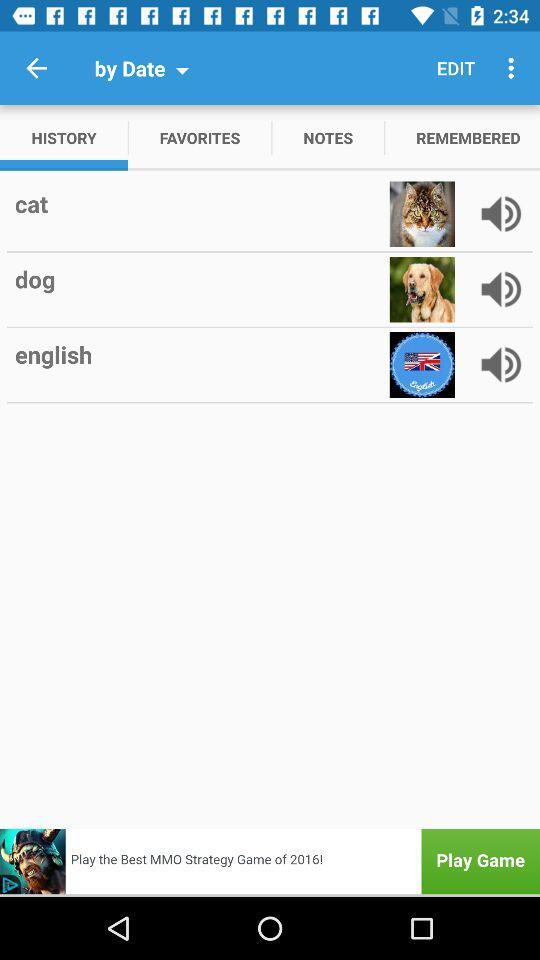 This screenshot has width=540, height=960. Describe the element at coordinates (328, 136) in the screenshot. I see `the app next to the favorites icon` at that location.